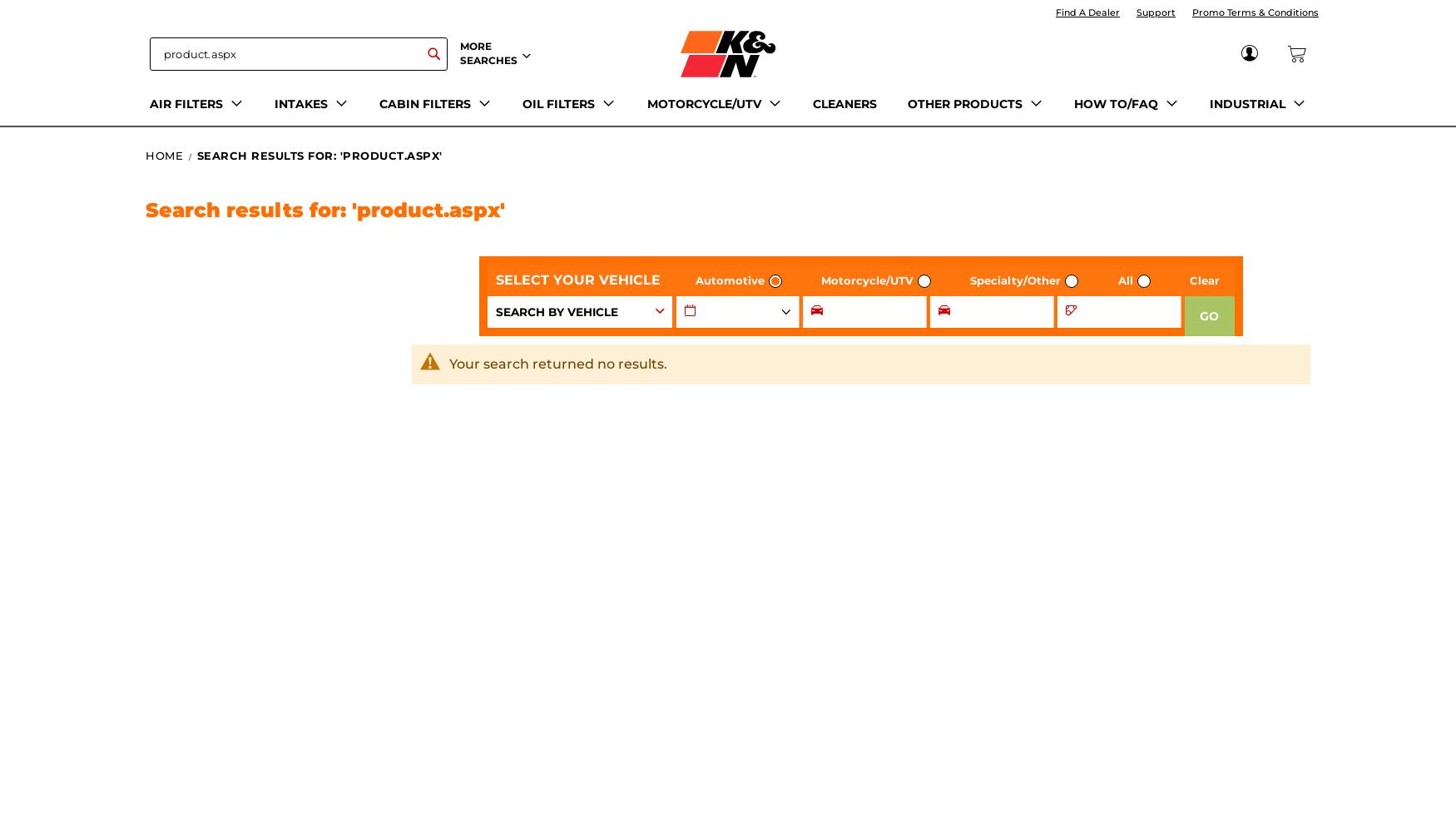  Describe the element at coordinates (1015, 280) in the screenshot. I see `'Specialty/Other'` at that location.